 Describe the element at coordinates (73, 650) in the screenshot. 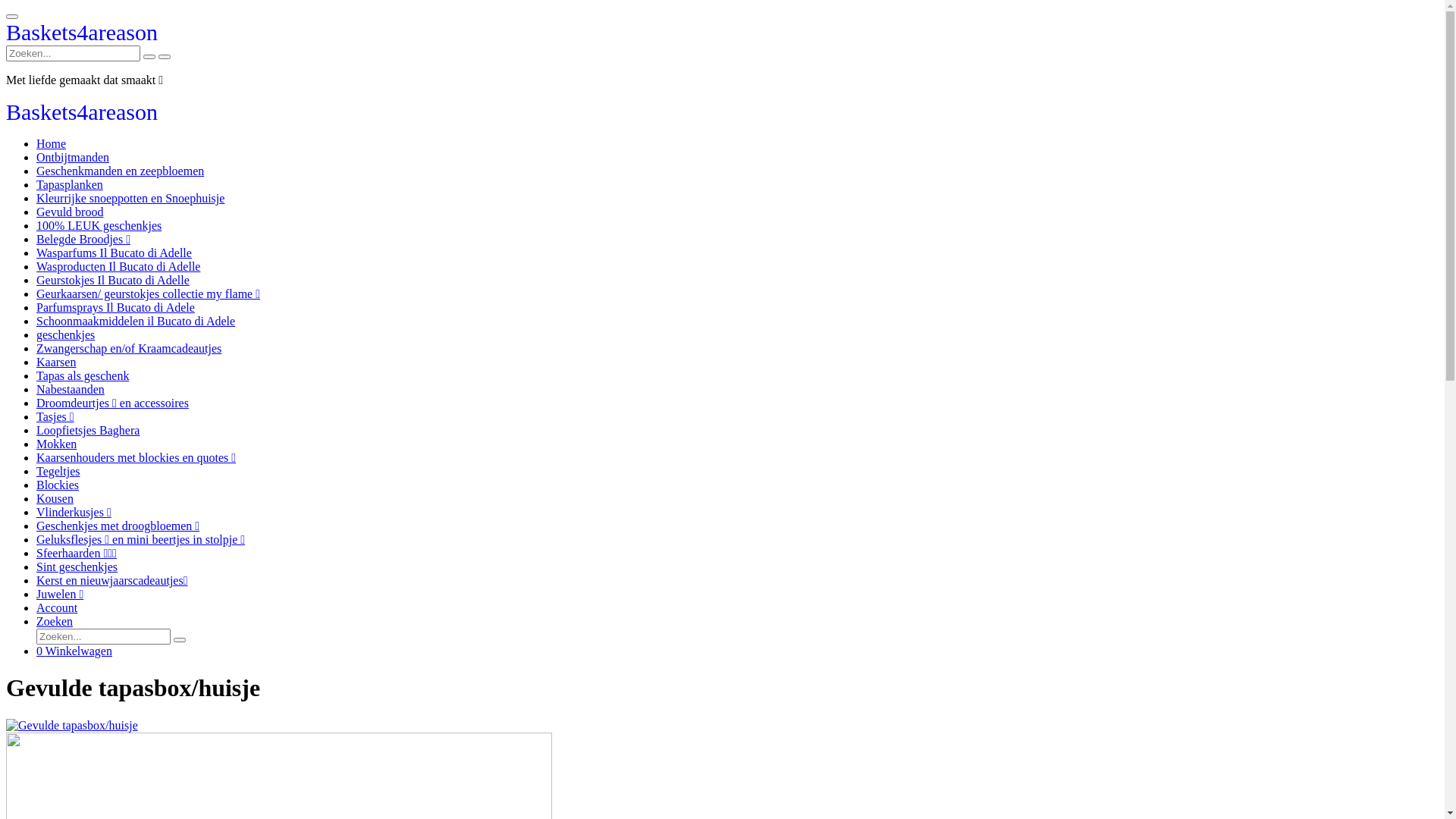

I see `'0 Winkelwagen'` at that location.